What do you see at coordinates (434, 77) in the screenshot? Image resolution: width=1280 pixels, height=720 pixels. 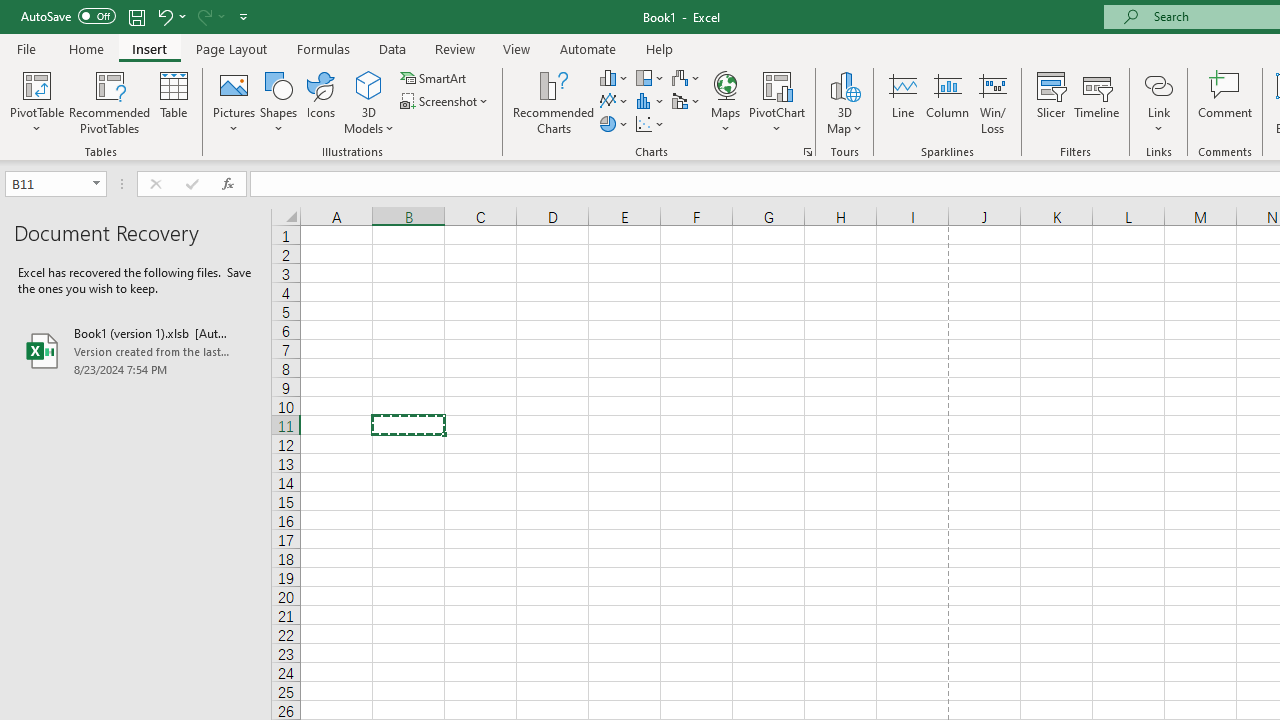 I see `'SmartArt...'` at bounding box center [434, 77].